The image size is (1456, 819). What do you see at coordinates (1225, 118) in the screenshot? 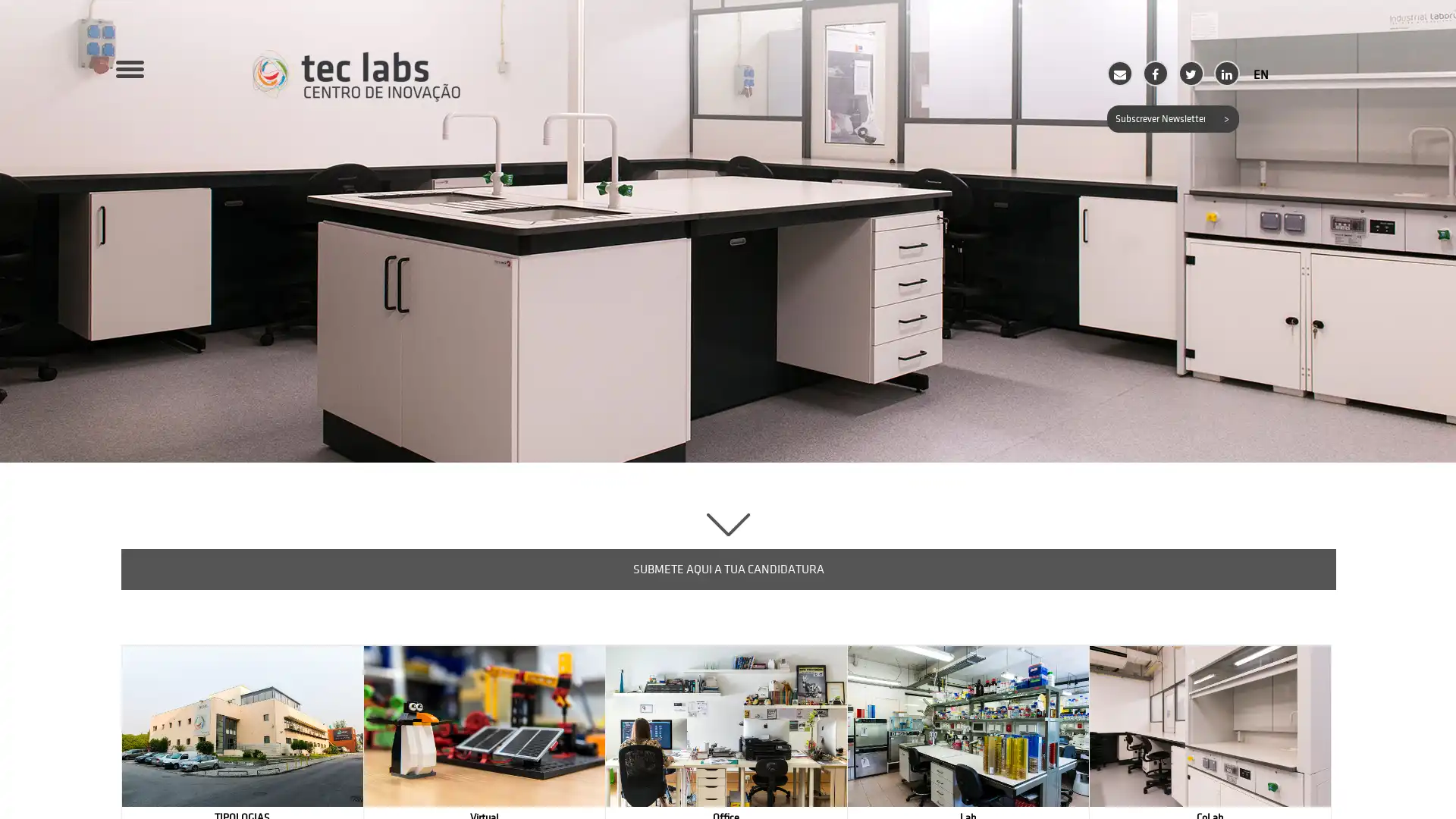
I see `>` at bounding box center [1225, 118].